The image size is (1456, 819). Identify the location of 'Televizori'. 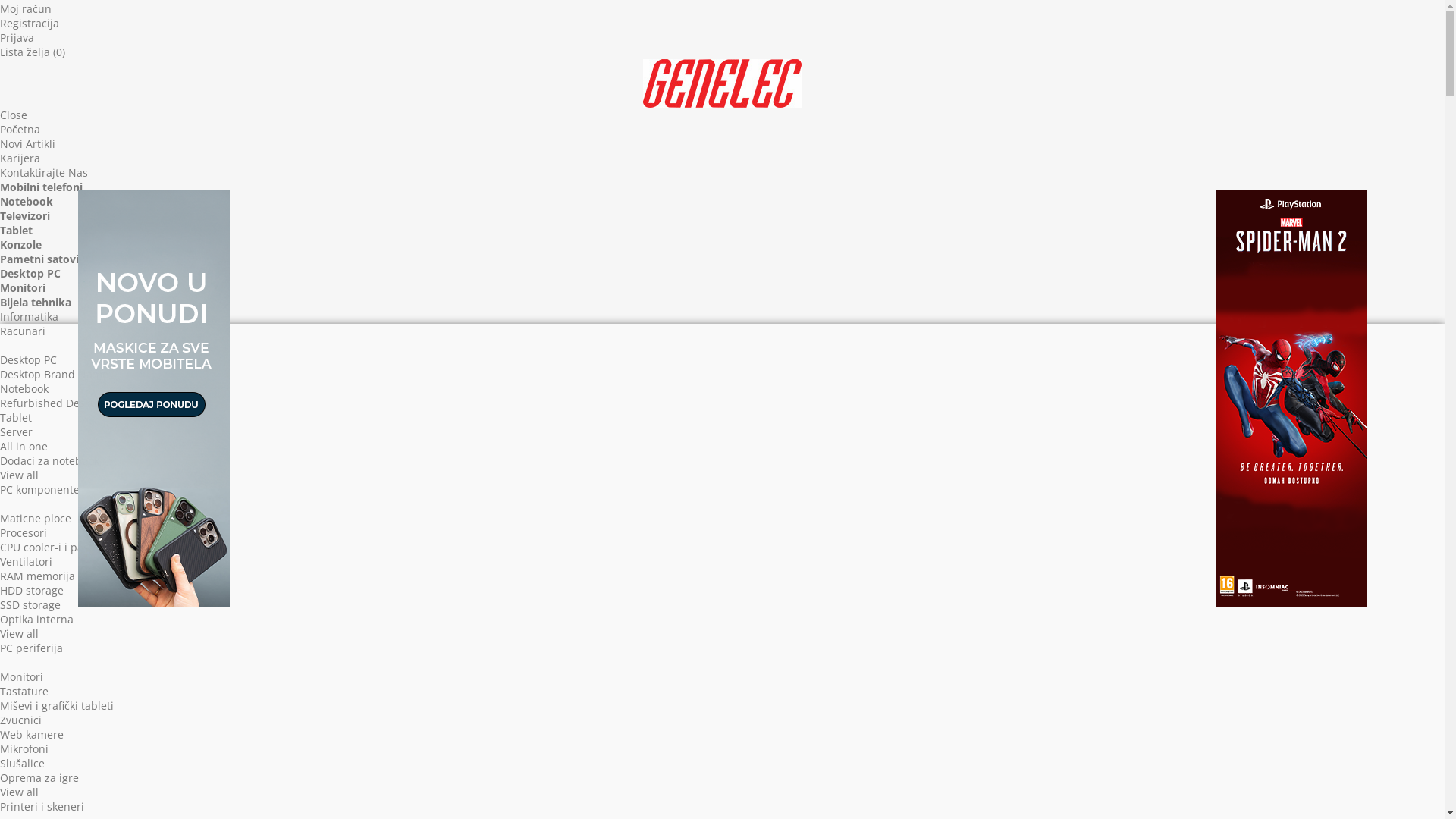
(0, 215).